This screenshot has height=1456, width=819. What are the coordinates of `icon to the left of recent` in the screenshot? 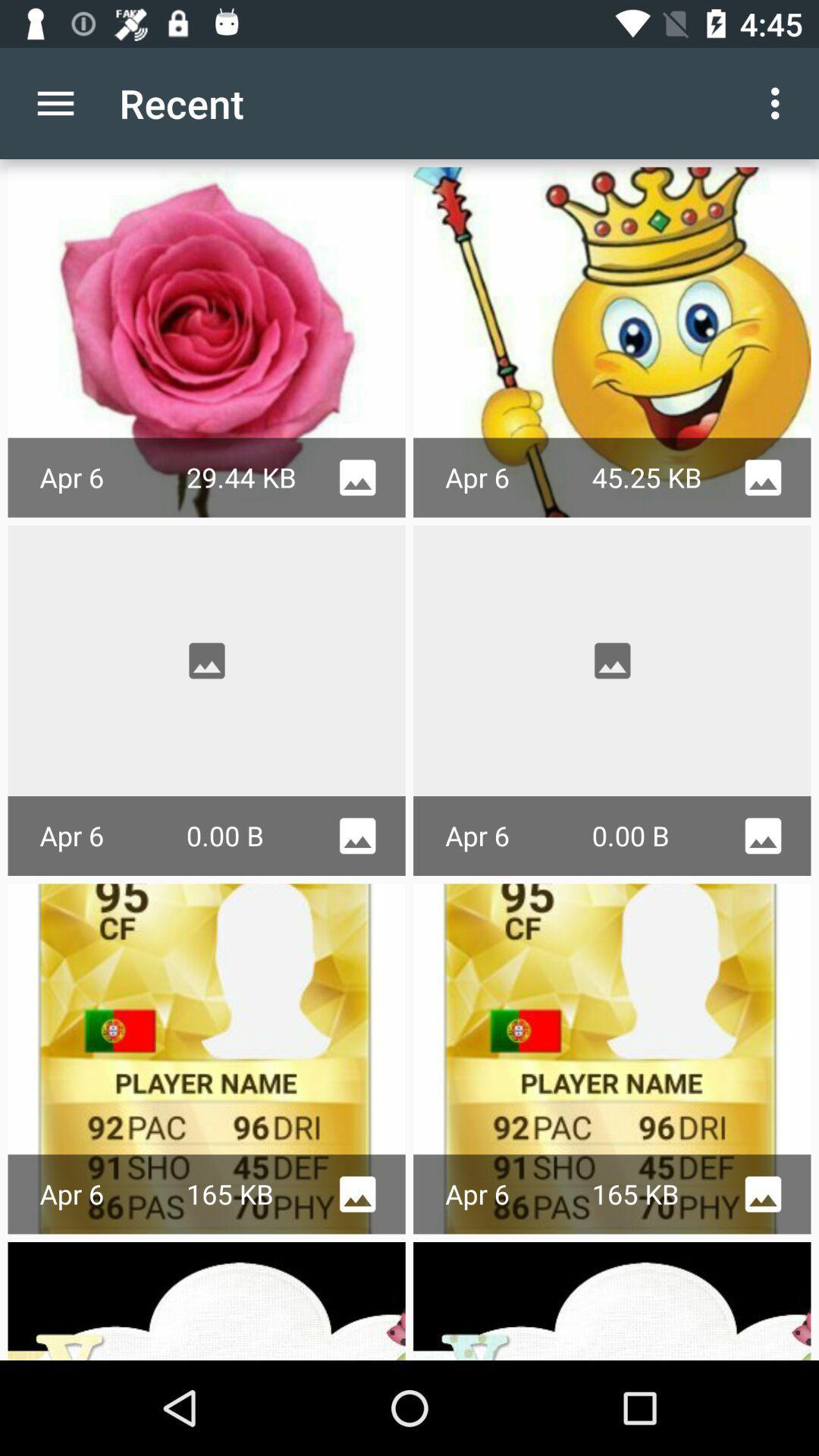 It's located at (55, 102).